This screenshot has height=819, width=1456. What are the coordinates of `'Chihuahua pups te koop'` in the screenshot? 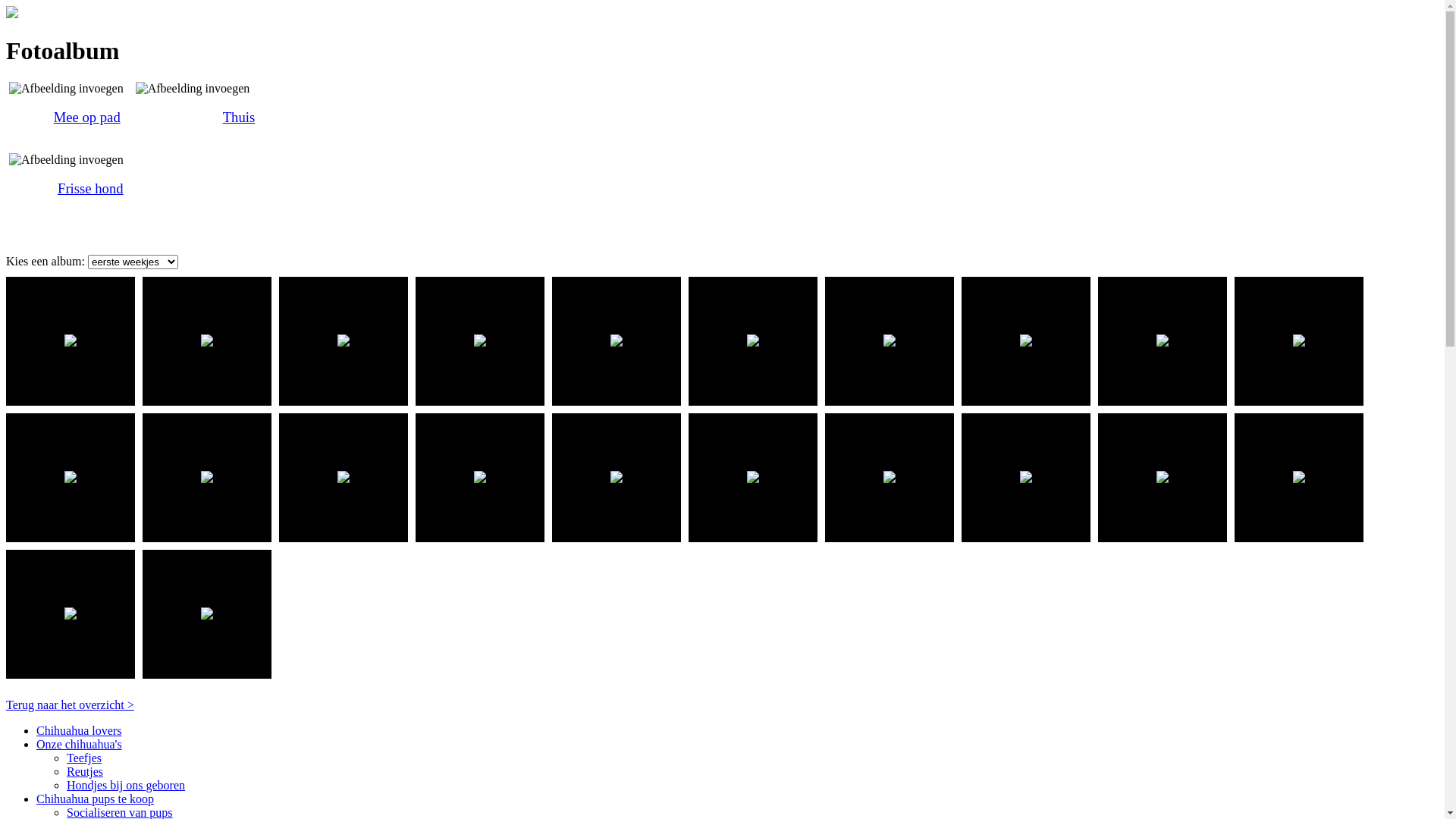 It's located at (94, 798).